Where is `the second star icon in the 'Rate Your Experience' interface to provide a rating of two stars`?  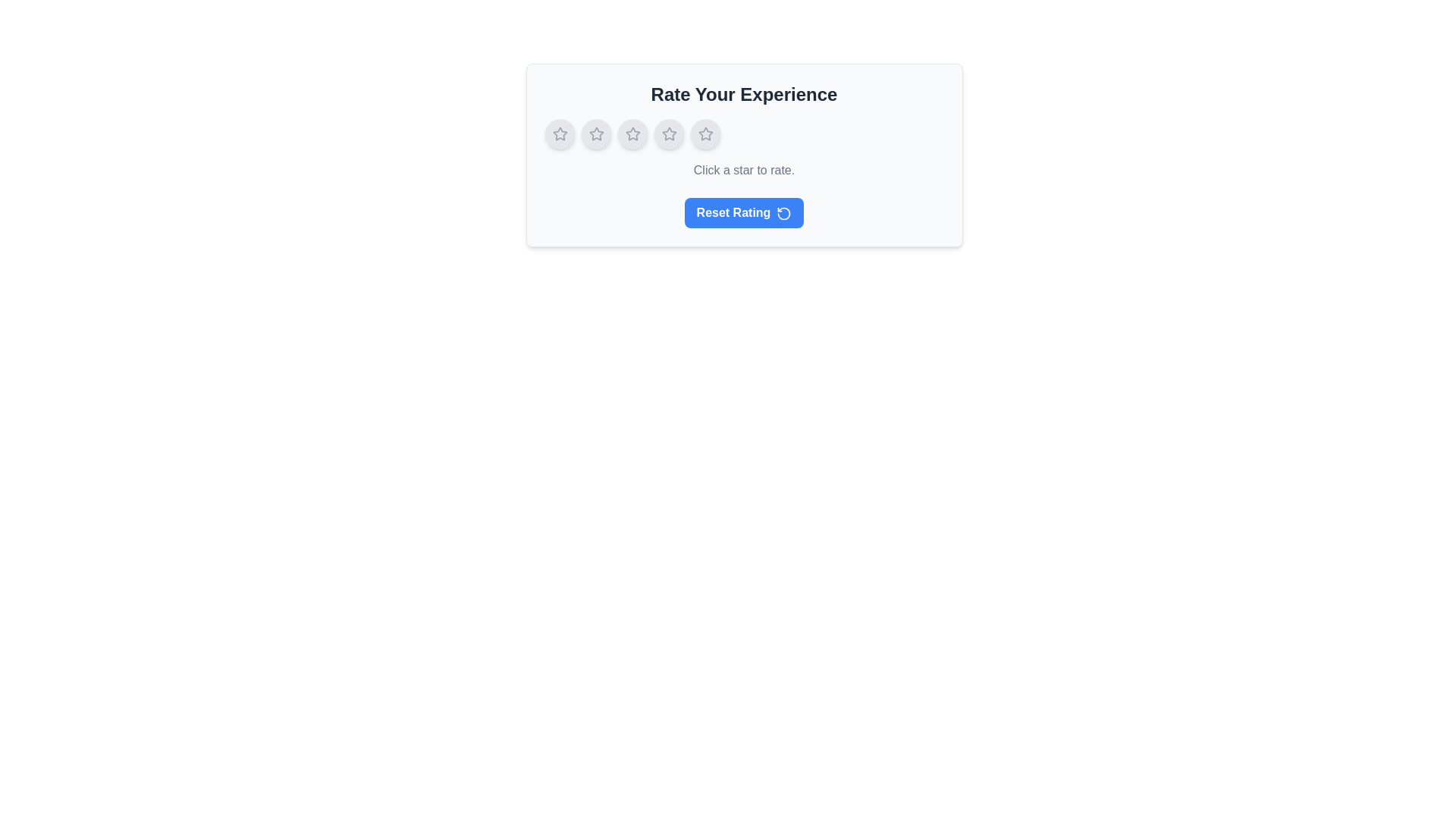 the second star icon in the 'Rate Your Experience' interface to provide a rating of two stars is located at coordinates (595, 133).